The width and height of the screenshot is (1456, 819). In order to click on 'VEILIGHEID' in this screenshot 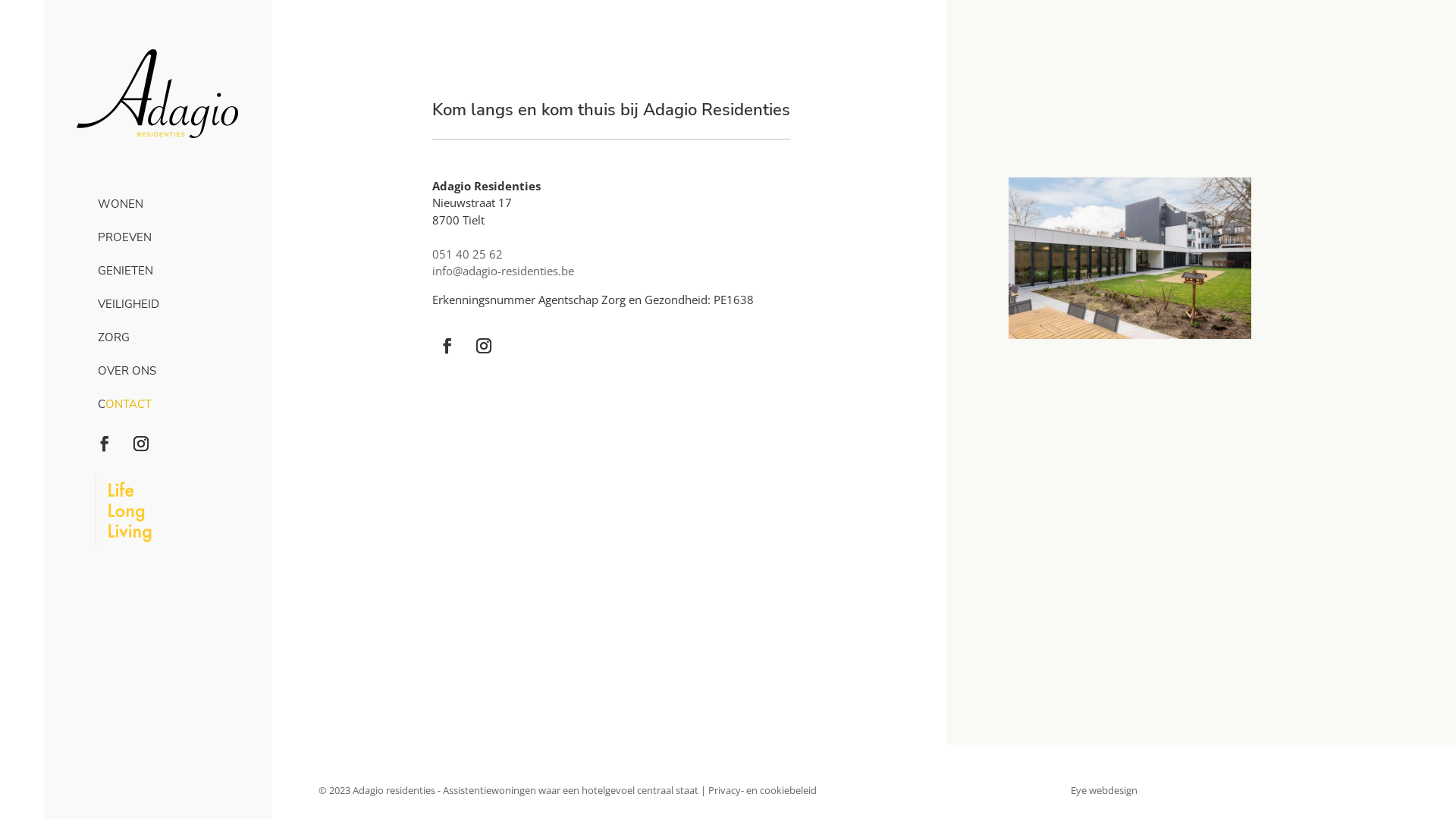, I will do `click(157, 304)`.